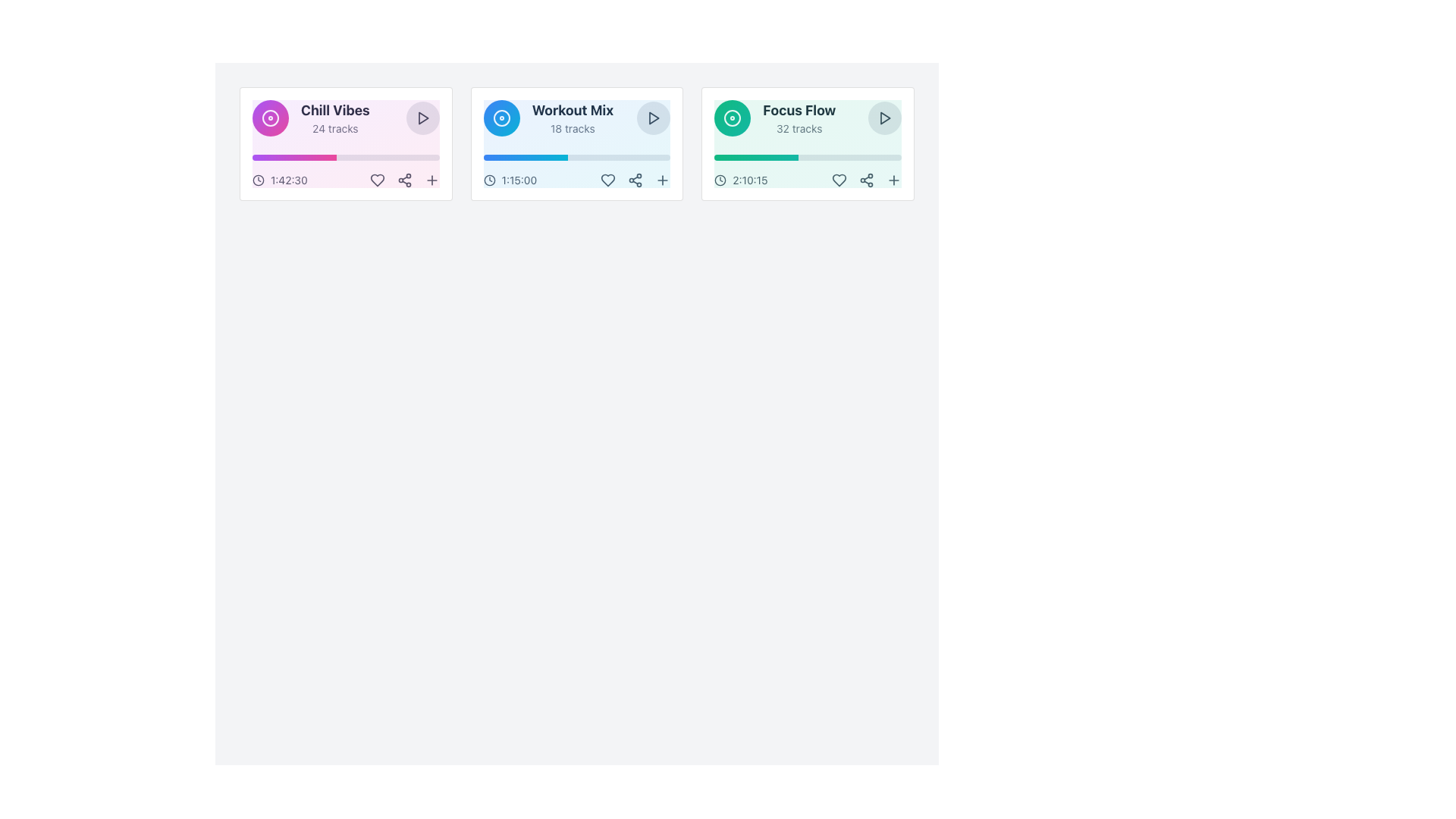  What do you see at coordinates (501, 117) in the screenshot?
I see `the circular graphic element representing the 'Workout Mix' playlist icon located at the center of its card` at bounding box center [501, 117].